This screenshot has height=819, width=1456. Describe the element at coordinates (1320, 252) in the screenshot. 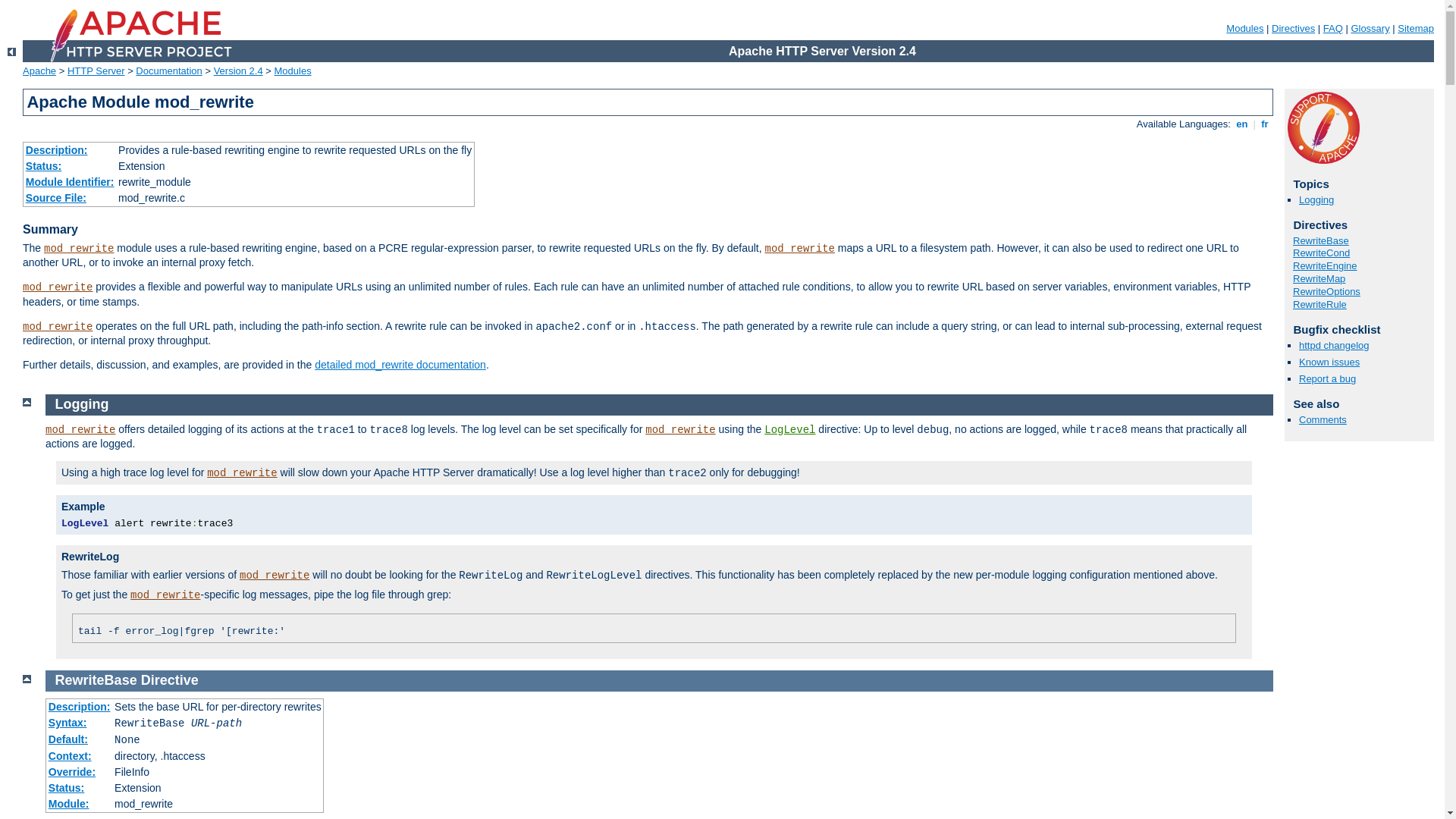

I see `'RewriteCond'` at that location.